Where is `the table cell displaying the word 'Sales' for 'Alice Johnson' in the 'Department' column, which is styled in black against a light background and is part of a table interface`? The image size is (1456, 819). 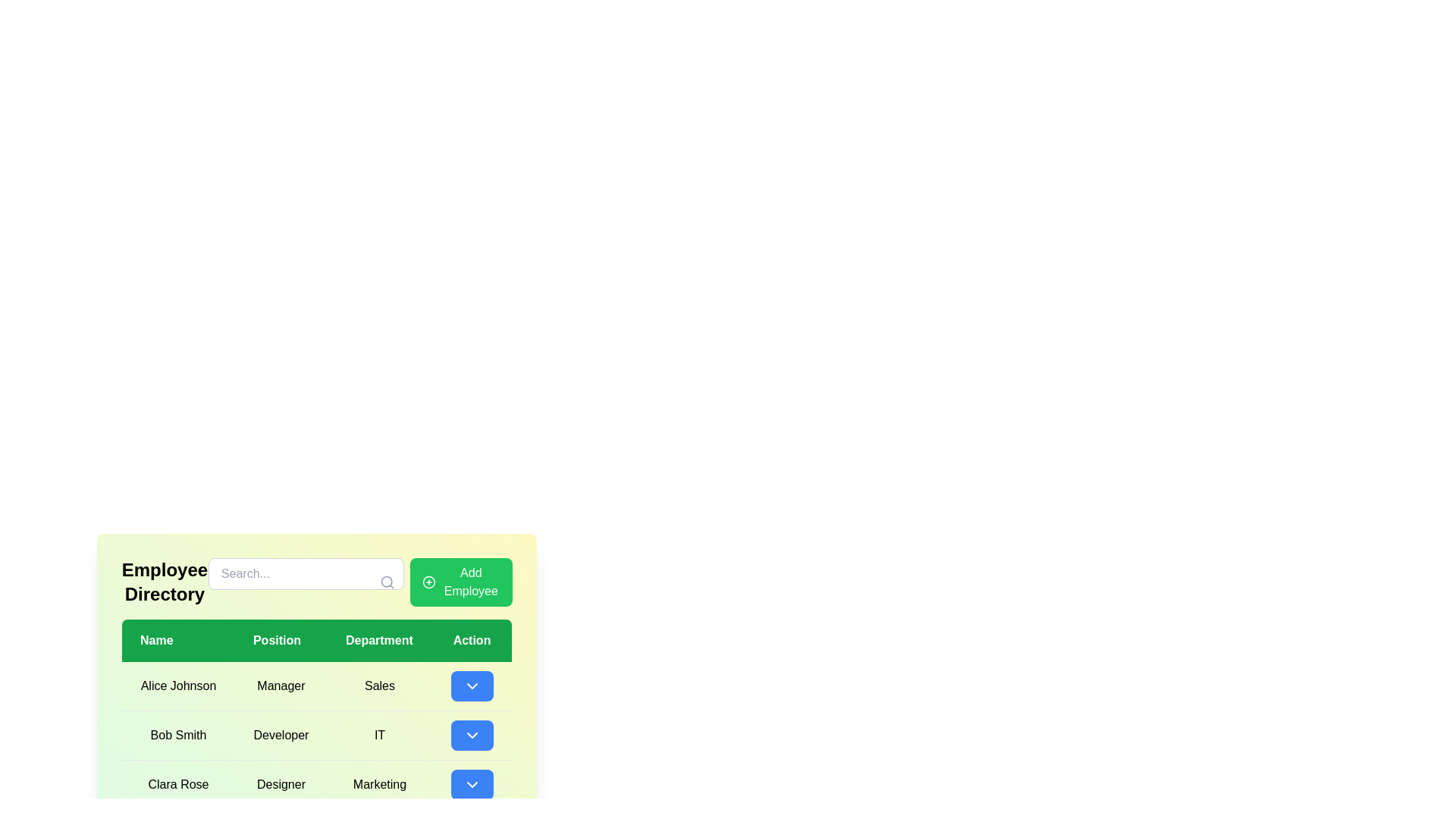
the table cell displaying the word 'Sales' for 'Alice Johnson' in the 'Department' column, which is styled in black against a light background and is part of a table interface is located at coordinates (379, 686).